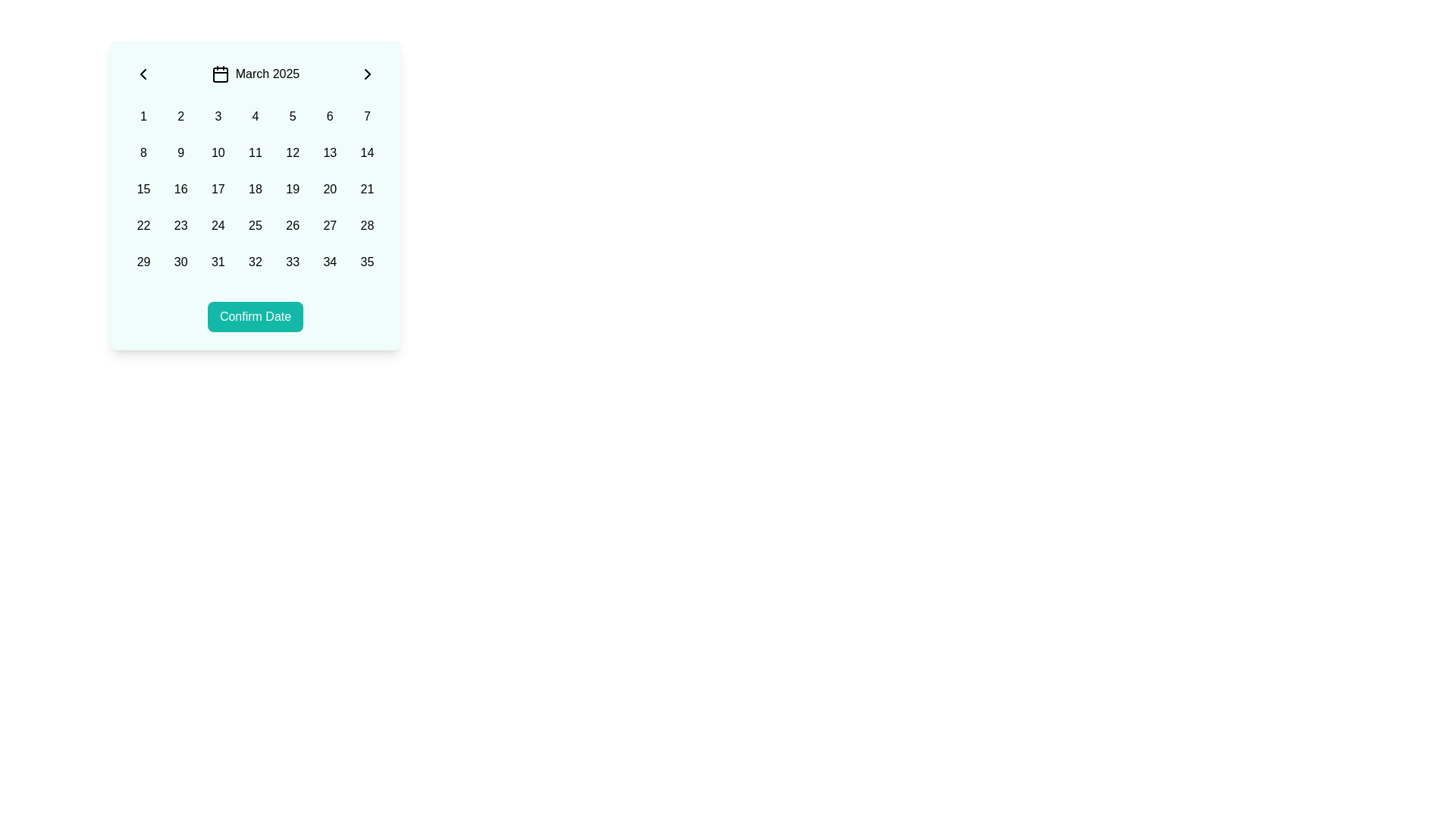 The height and width of the screenshot is (819, 1456). I want to click on the button displaying the number '26' in the fifth row and fifth column of the grid layout, so click(293, 225).